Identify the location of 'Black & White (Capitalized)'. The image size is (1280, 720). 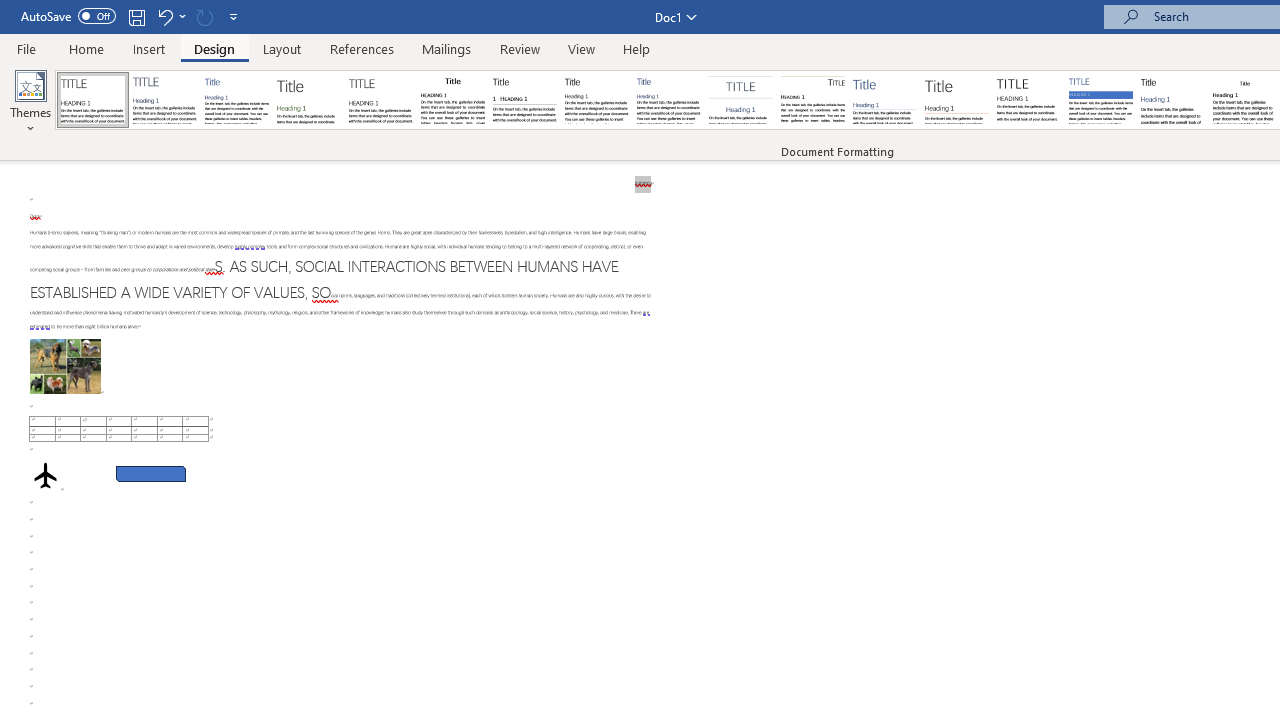
(381, 100).